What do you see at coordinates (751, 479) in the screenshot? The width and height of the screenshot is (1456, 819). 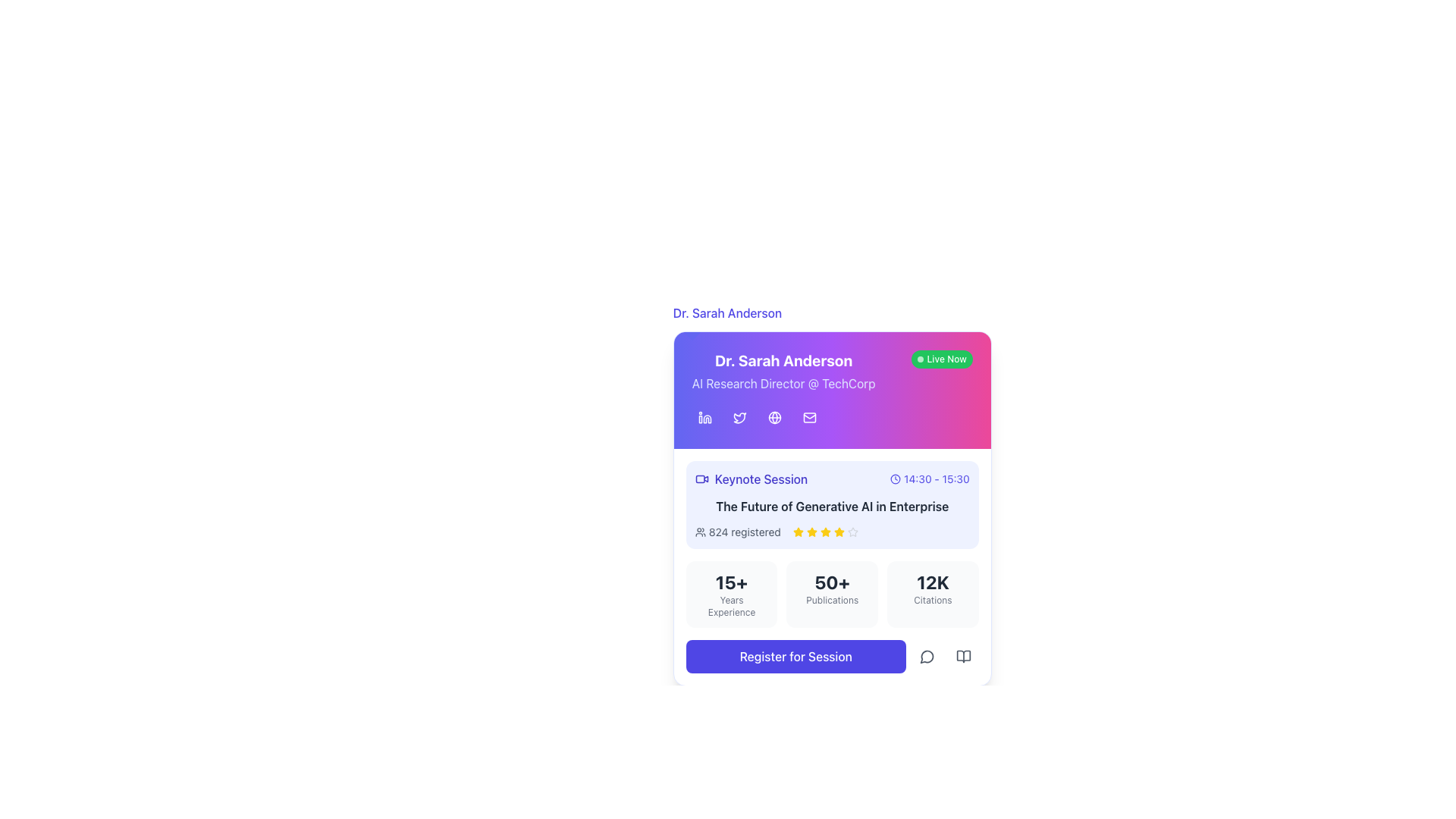 I see `the 'Keynote Session' label with icon located at the top left corner of the informational panel about the presentation` at bounding box center [751, 479].